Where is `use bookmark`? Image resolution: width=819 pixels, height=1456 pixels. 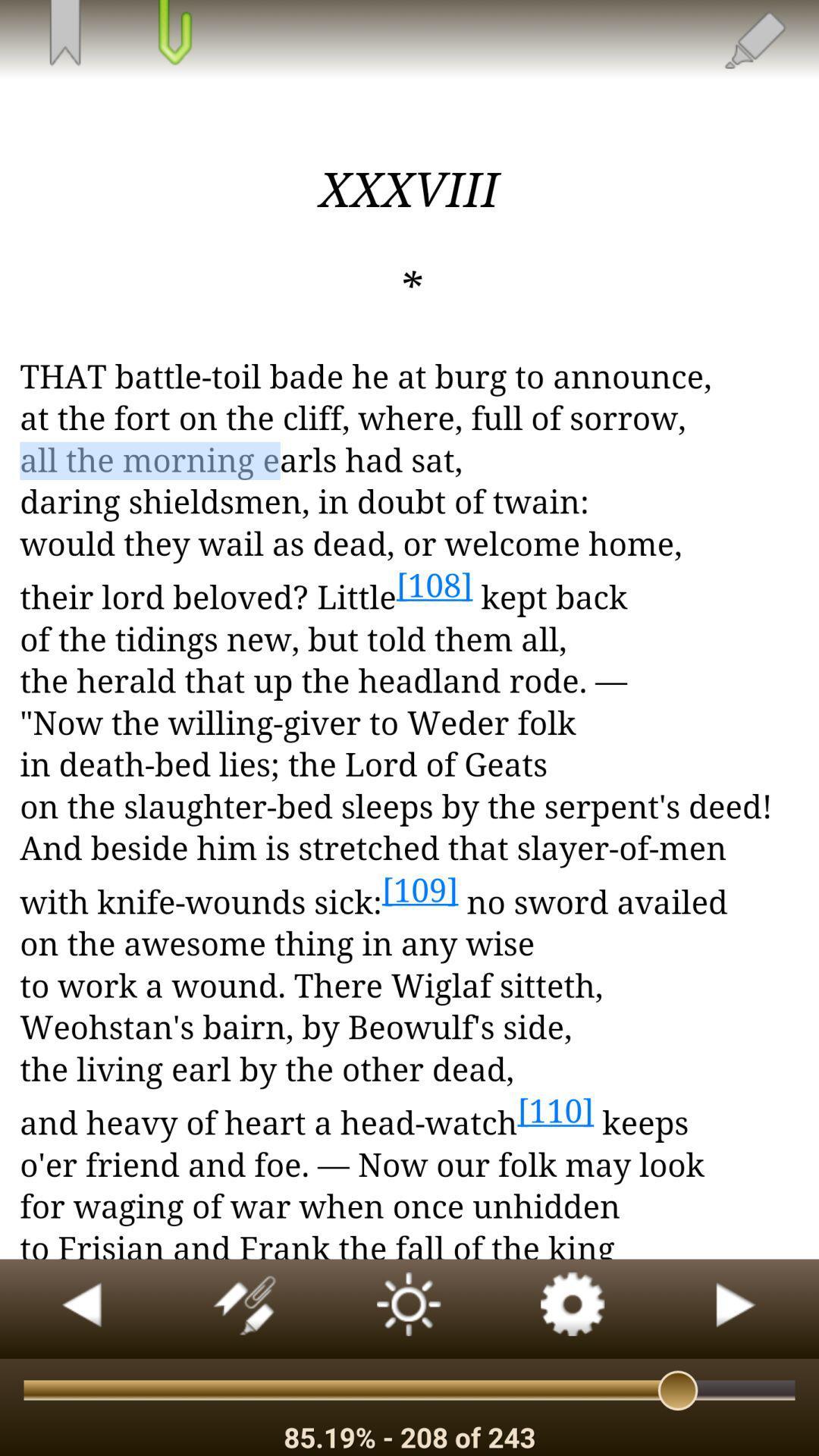 use bookmark is located at coordinates (64, 34).